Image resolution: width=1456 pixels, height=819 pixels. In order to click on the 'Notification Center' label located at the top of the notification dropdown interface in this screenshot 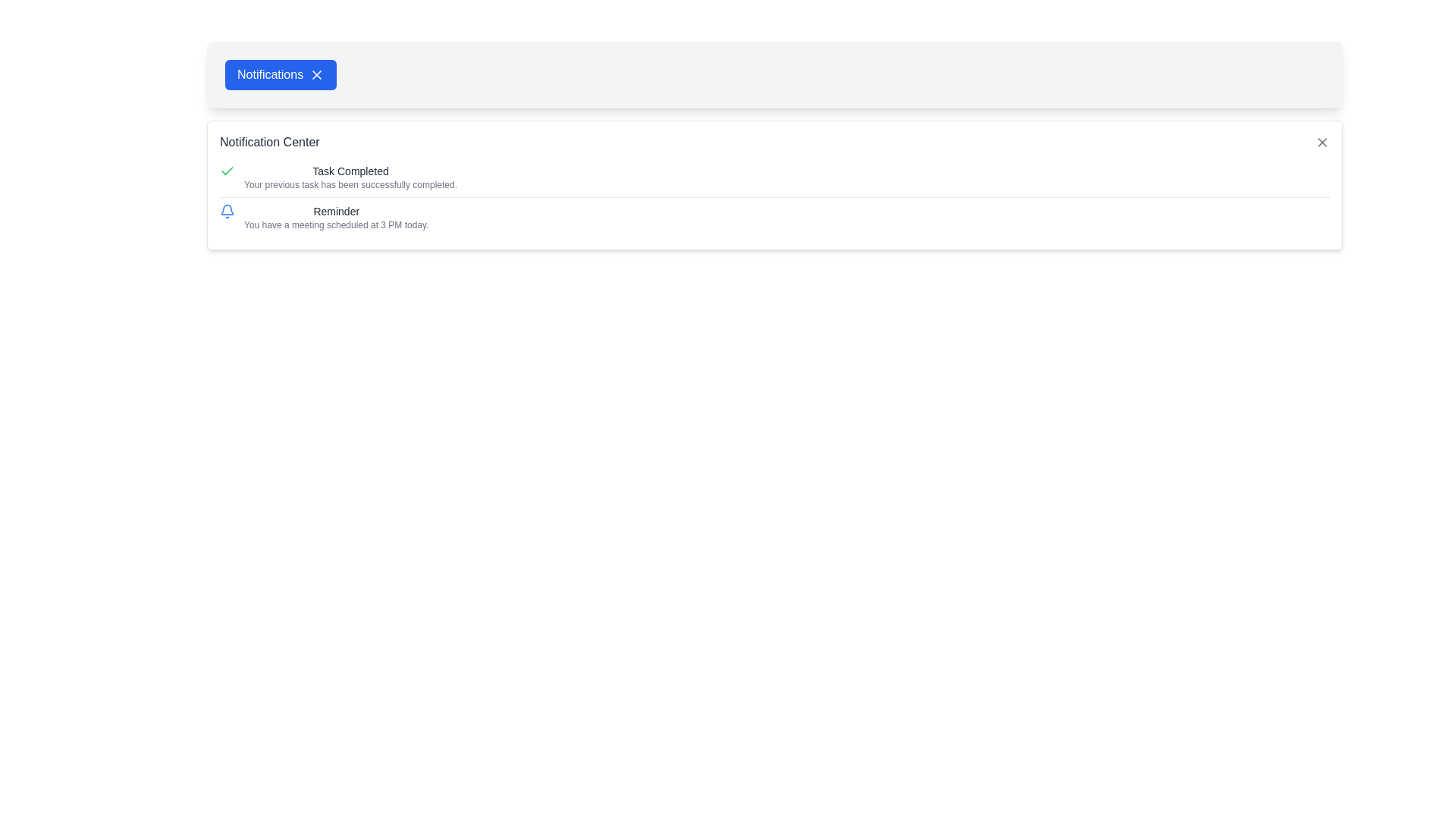, I will do `click(775, 143)`.